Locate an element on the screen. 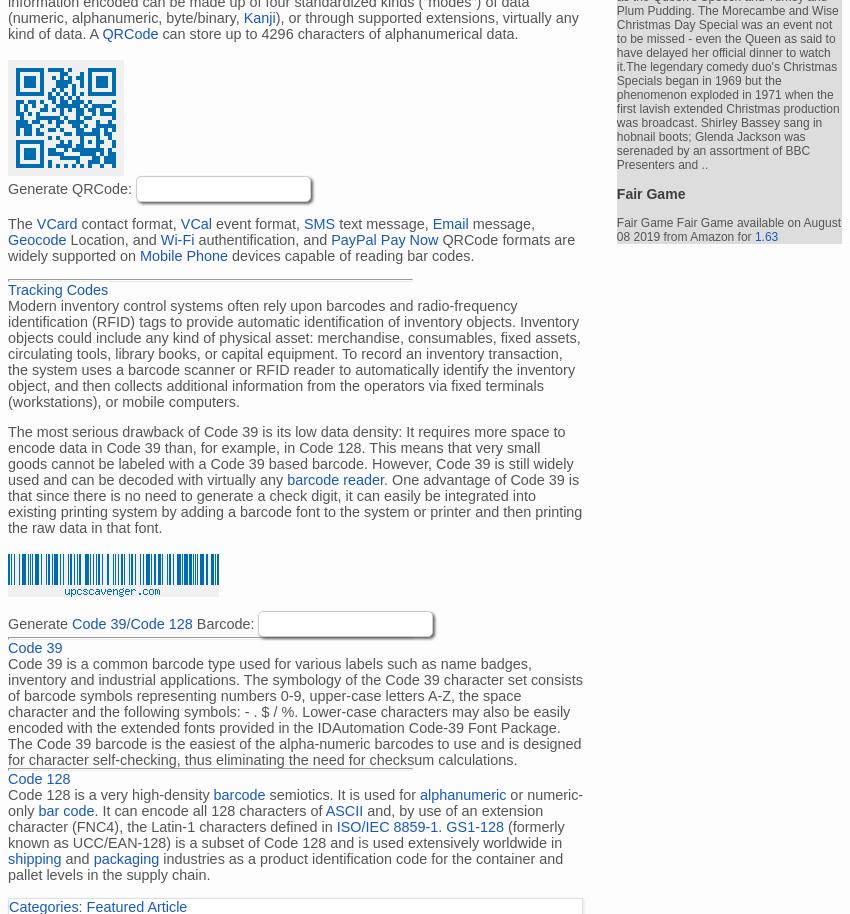 This screenshot has width=850, height=914. 'QRCode' is located at coordinates (129, 32).